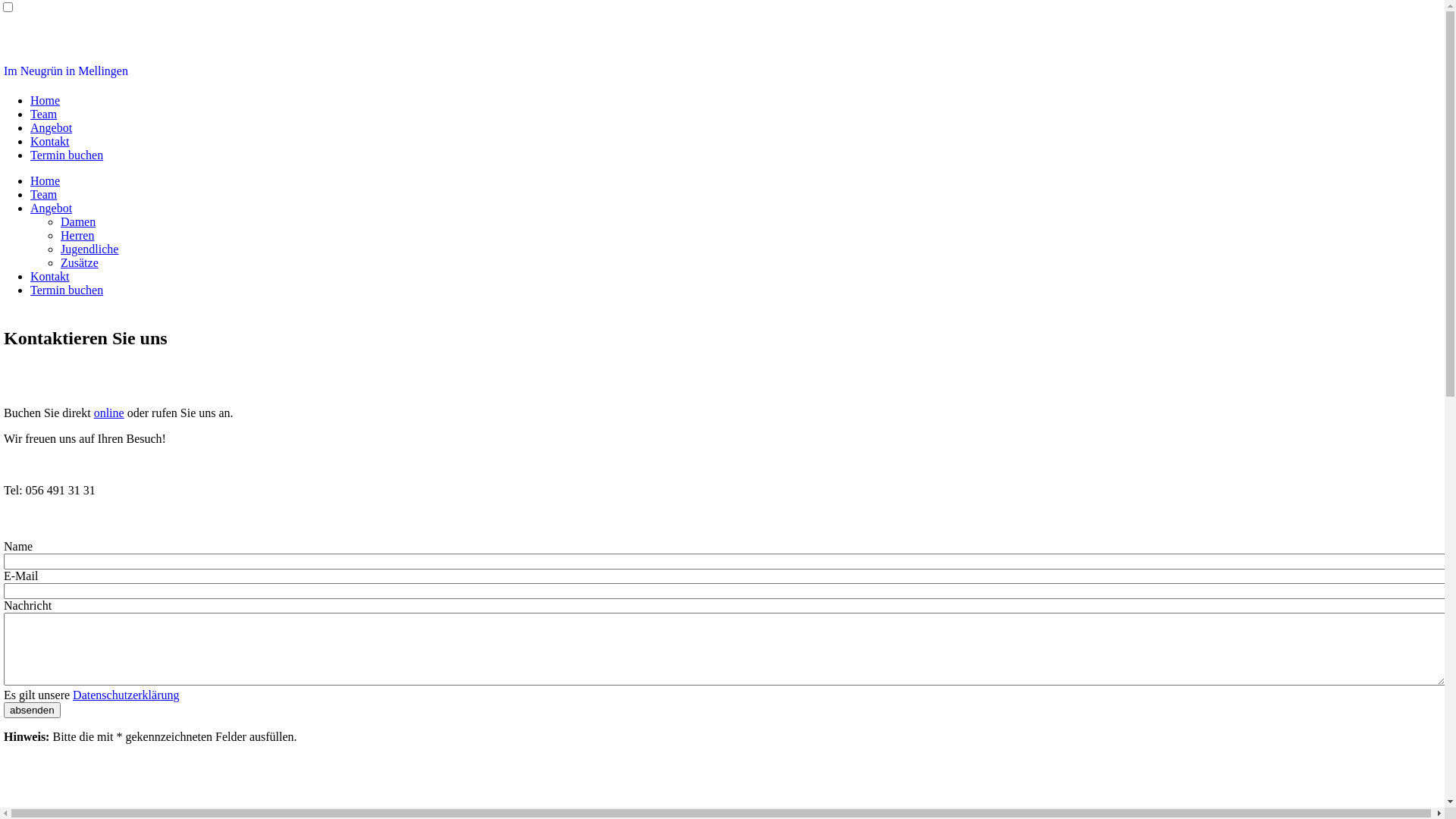  What do you see at coordinates (61, 248) in the screenshot?
I see `'Jugendliche'` at bounding box center [61, 248].